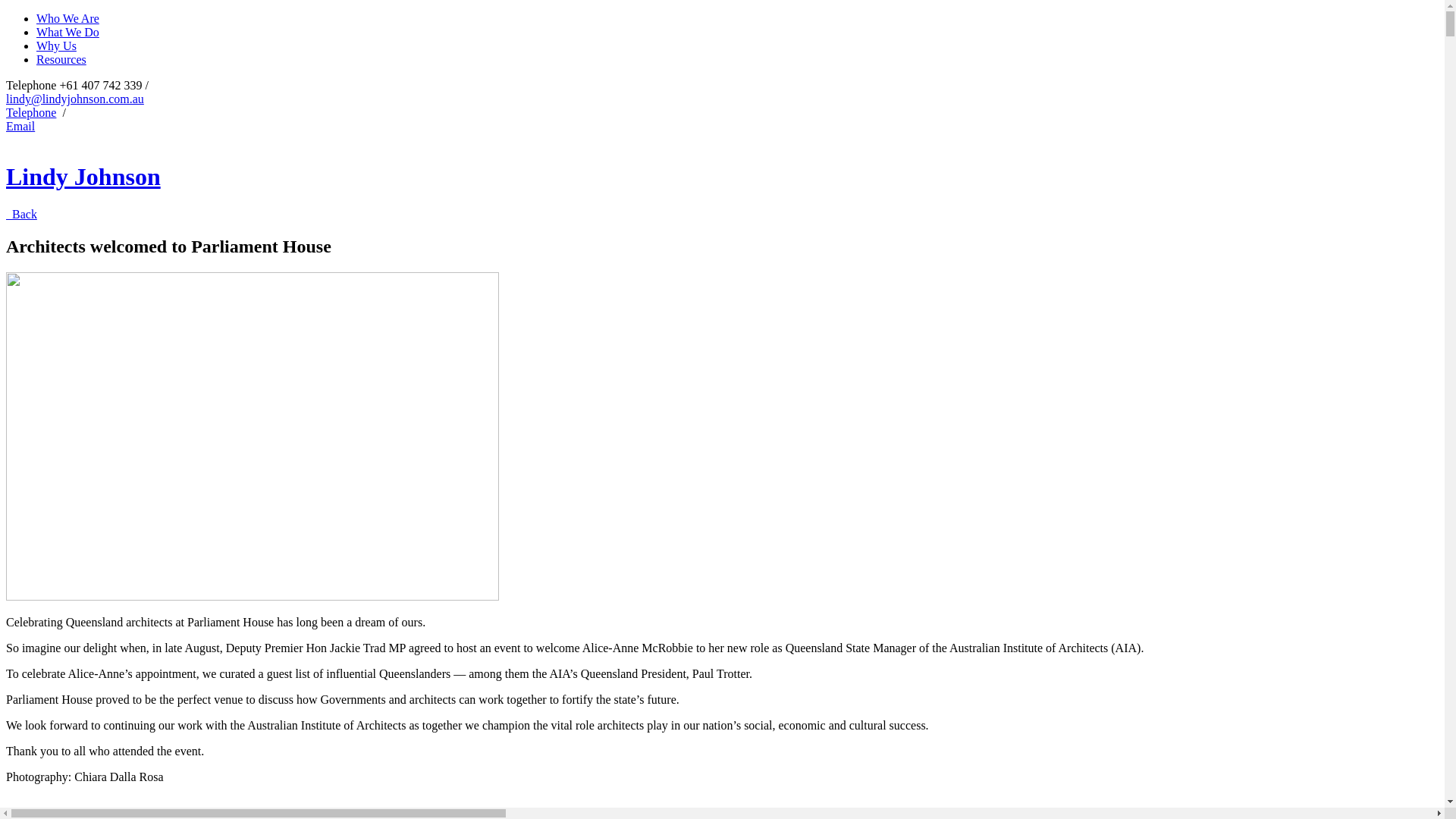  I want to click on 'Telephone', so click(31, 111).